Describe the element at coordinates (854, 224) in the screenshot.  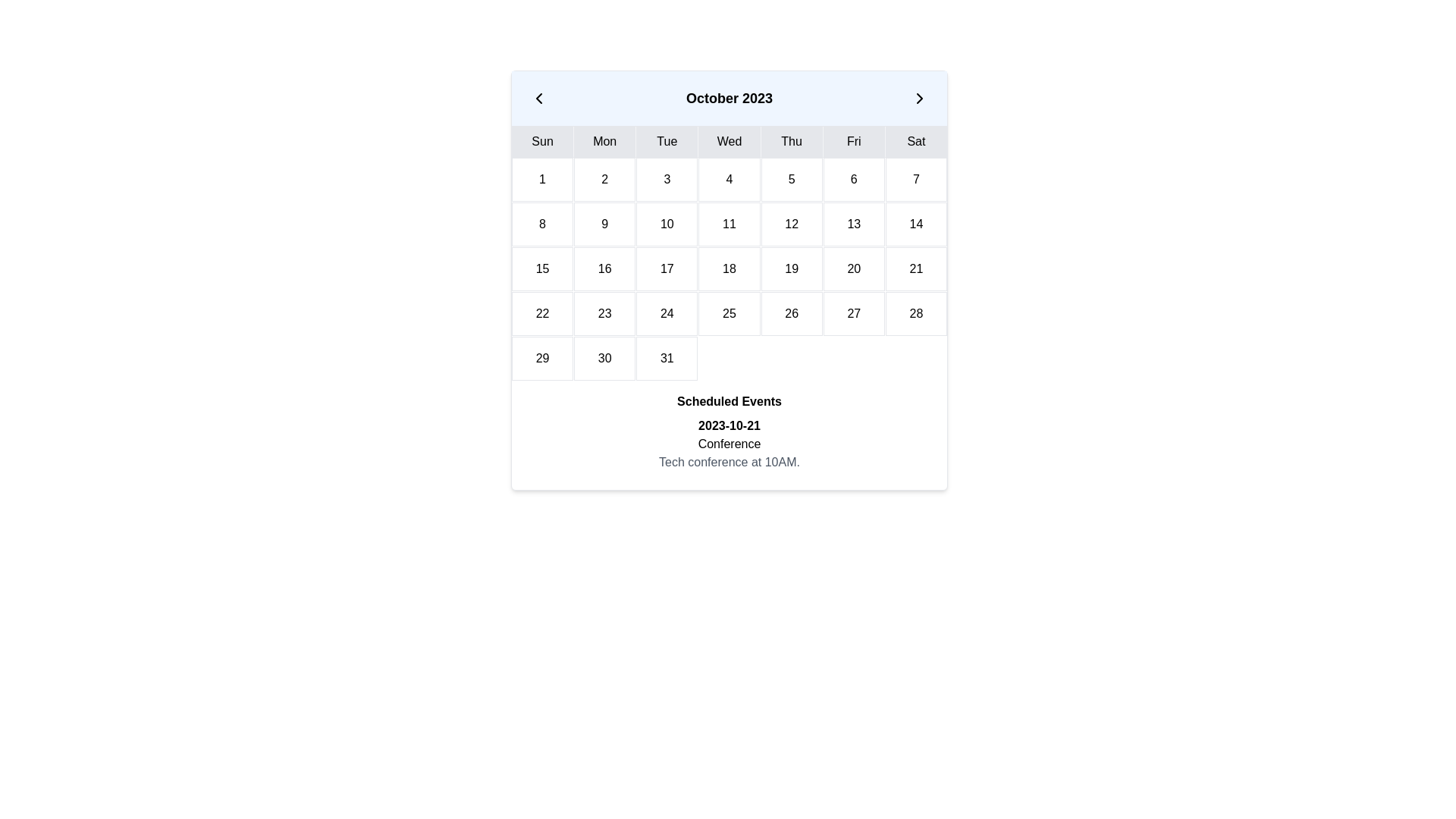
I see `the Calendar Date Cell representing the 13th day of the month located in the second row and sixth column of the calendar` at that location.